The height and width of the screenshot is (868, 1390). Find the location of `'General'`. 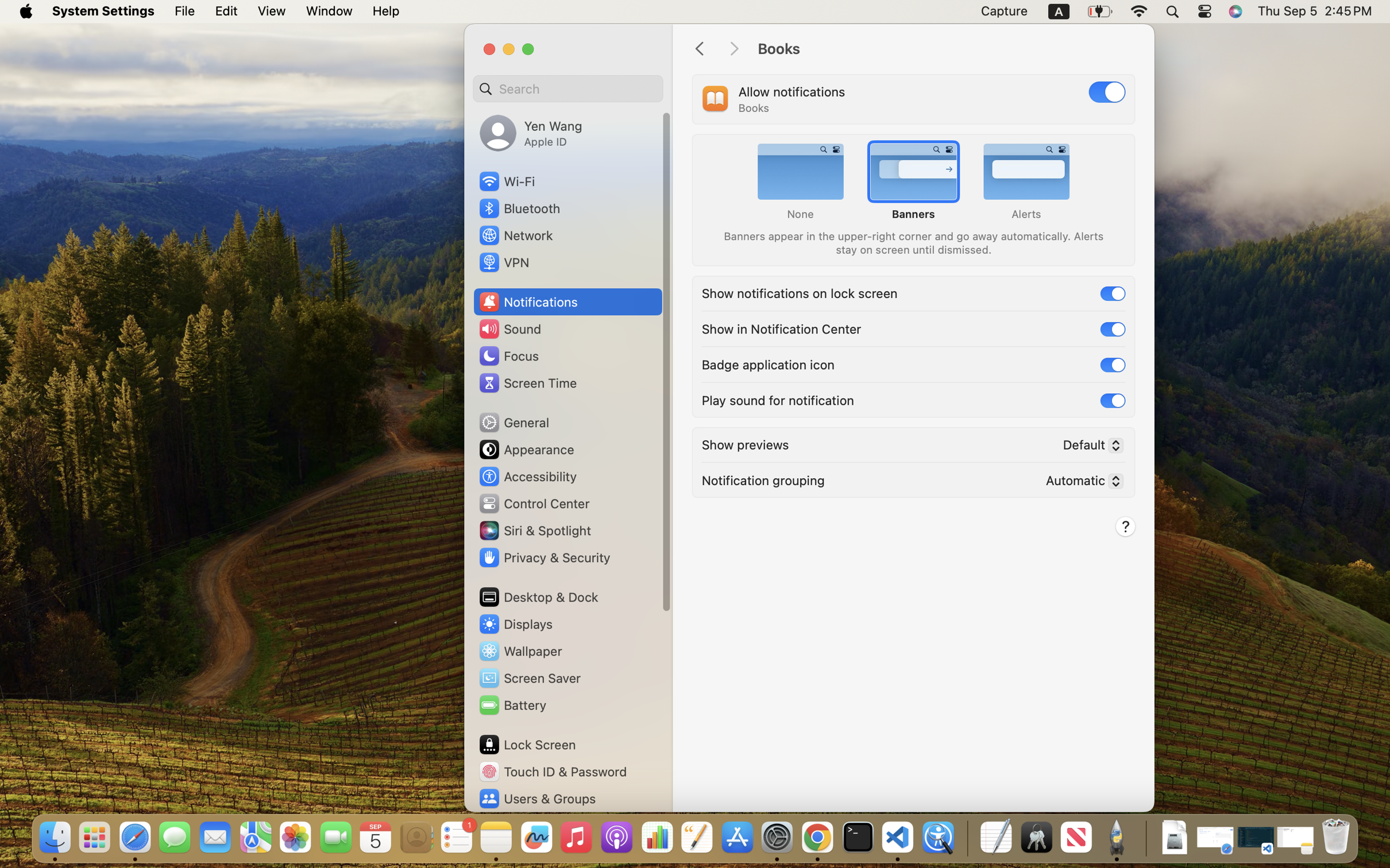

'General' is located at coordinates (512, 422).